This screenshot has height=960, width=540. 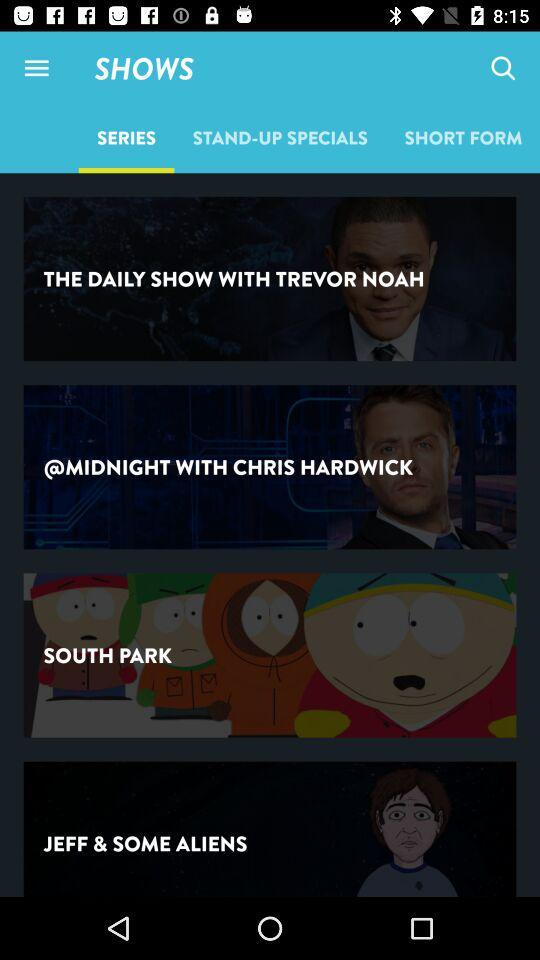 I want to click on side menu, so click(x=36, y=68).